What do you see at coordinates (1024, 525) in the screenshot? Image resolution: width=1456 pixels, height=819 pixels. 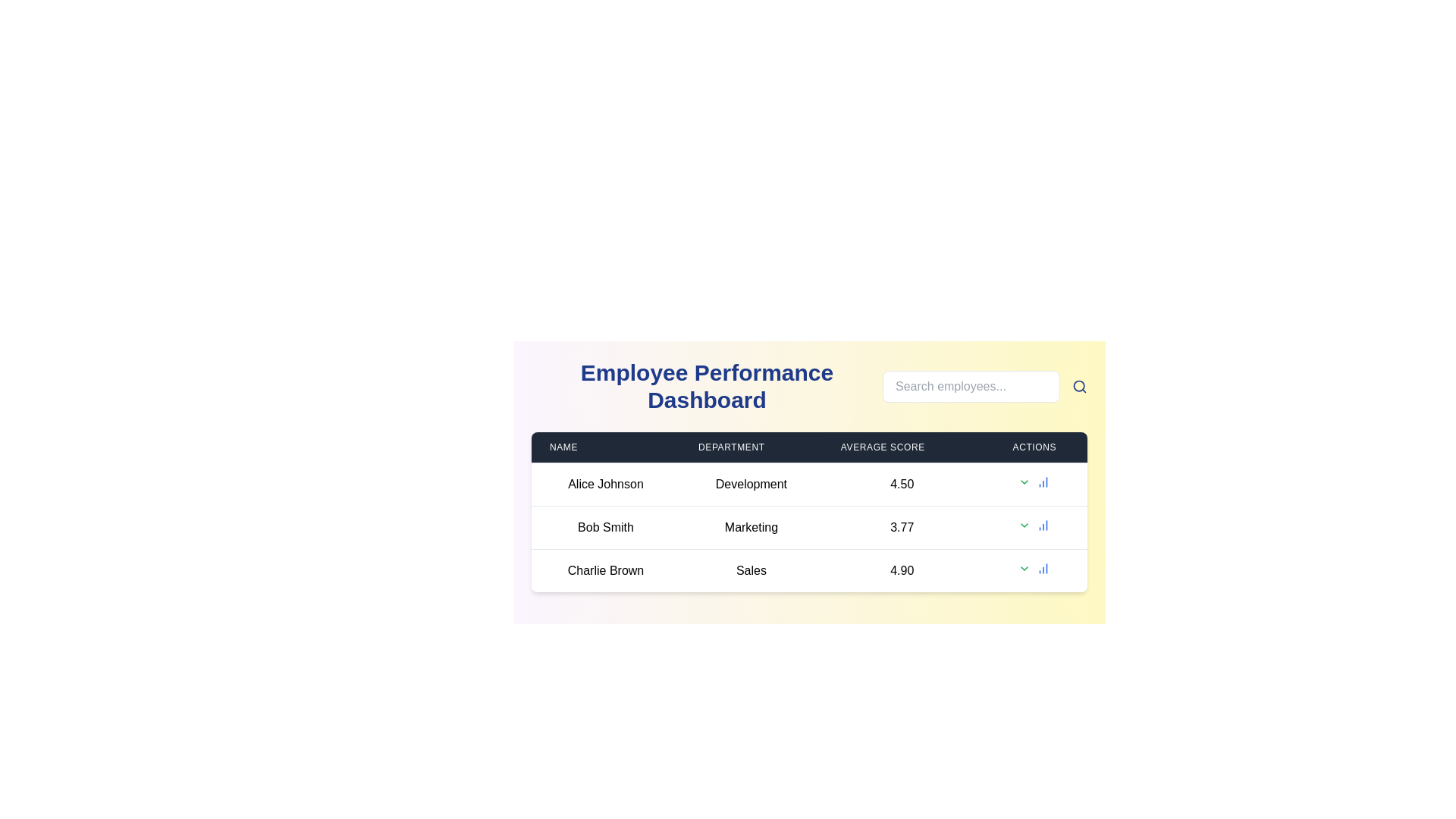 I see `the Chevron Down Icon above the second row for 'Bob Smith' in the 'Actions' column` at bounding box center [1024, 525].